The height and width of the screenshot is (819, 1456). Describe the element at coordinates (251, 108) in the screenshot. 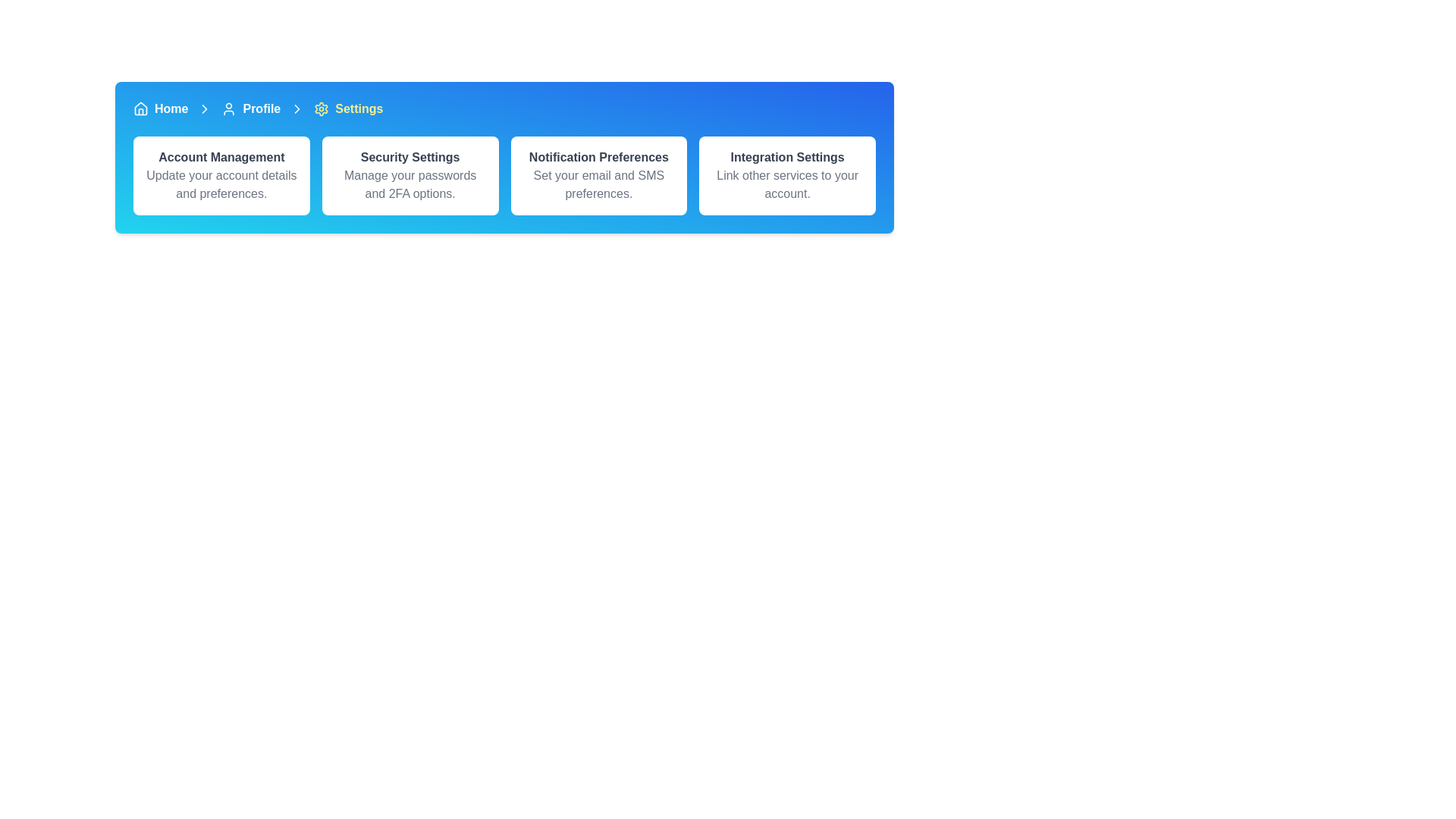

I see `the 'Profile' navigation link, which is styled with white text on a blue background and accompanied by a person icon` at that location.